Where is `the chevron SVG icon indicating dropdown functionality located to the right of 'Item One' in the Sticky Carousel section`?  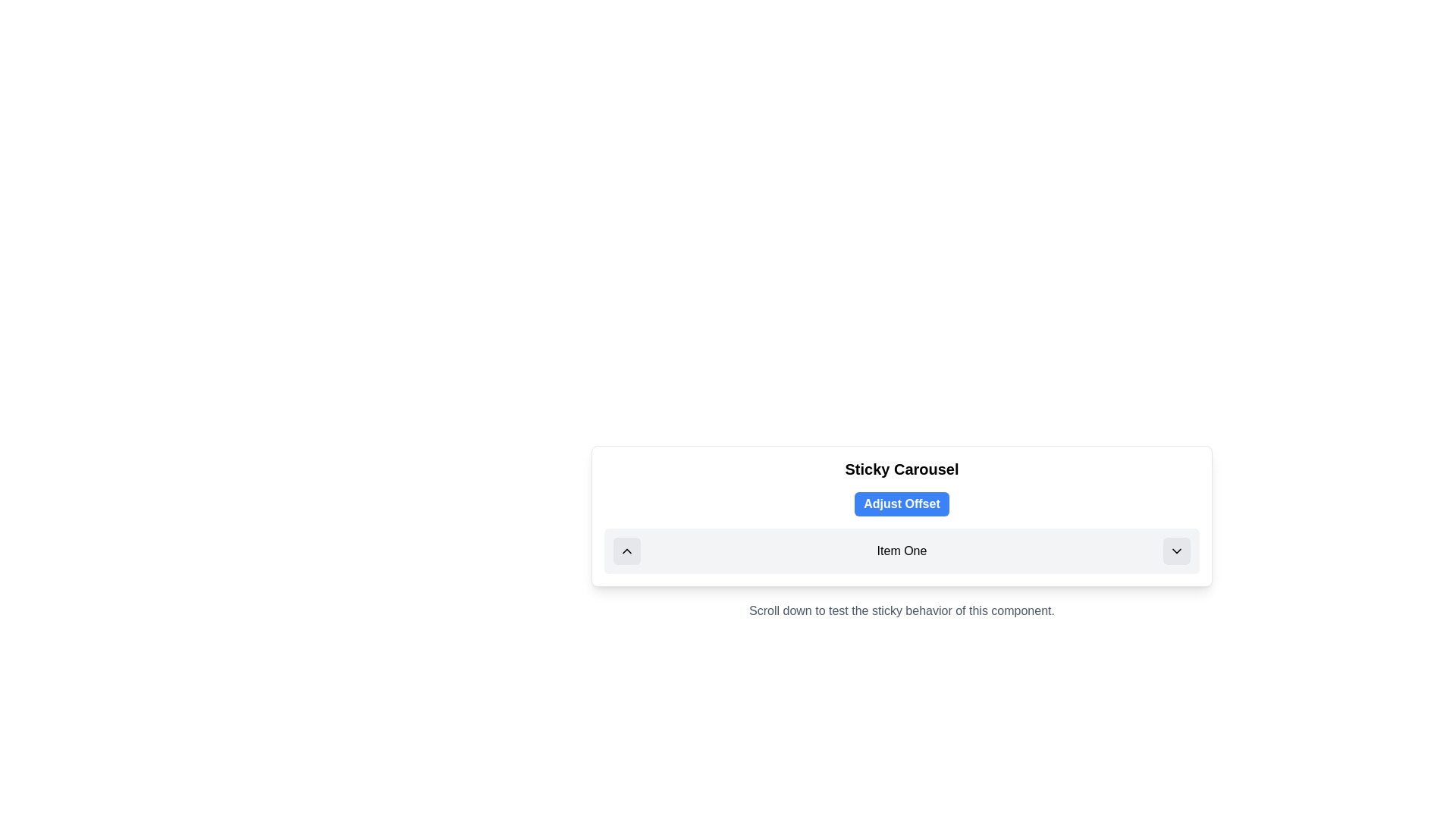 the chevron SVG icon indicating dropdown functionality located to the right of 'Item One' in the Sticky Carousel section is located at coordinates (1175, 551).